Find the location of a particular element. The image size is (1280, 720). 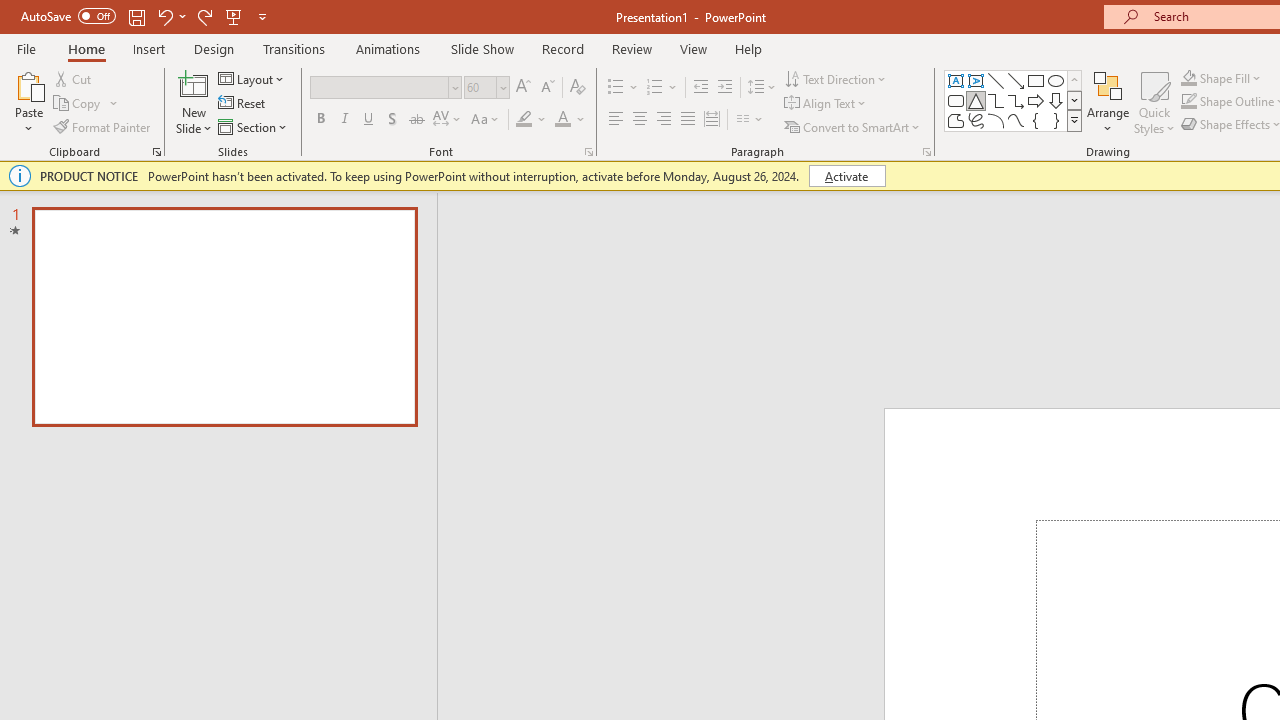

'Line Arrow' is located at coordinates (1016, 80).